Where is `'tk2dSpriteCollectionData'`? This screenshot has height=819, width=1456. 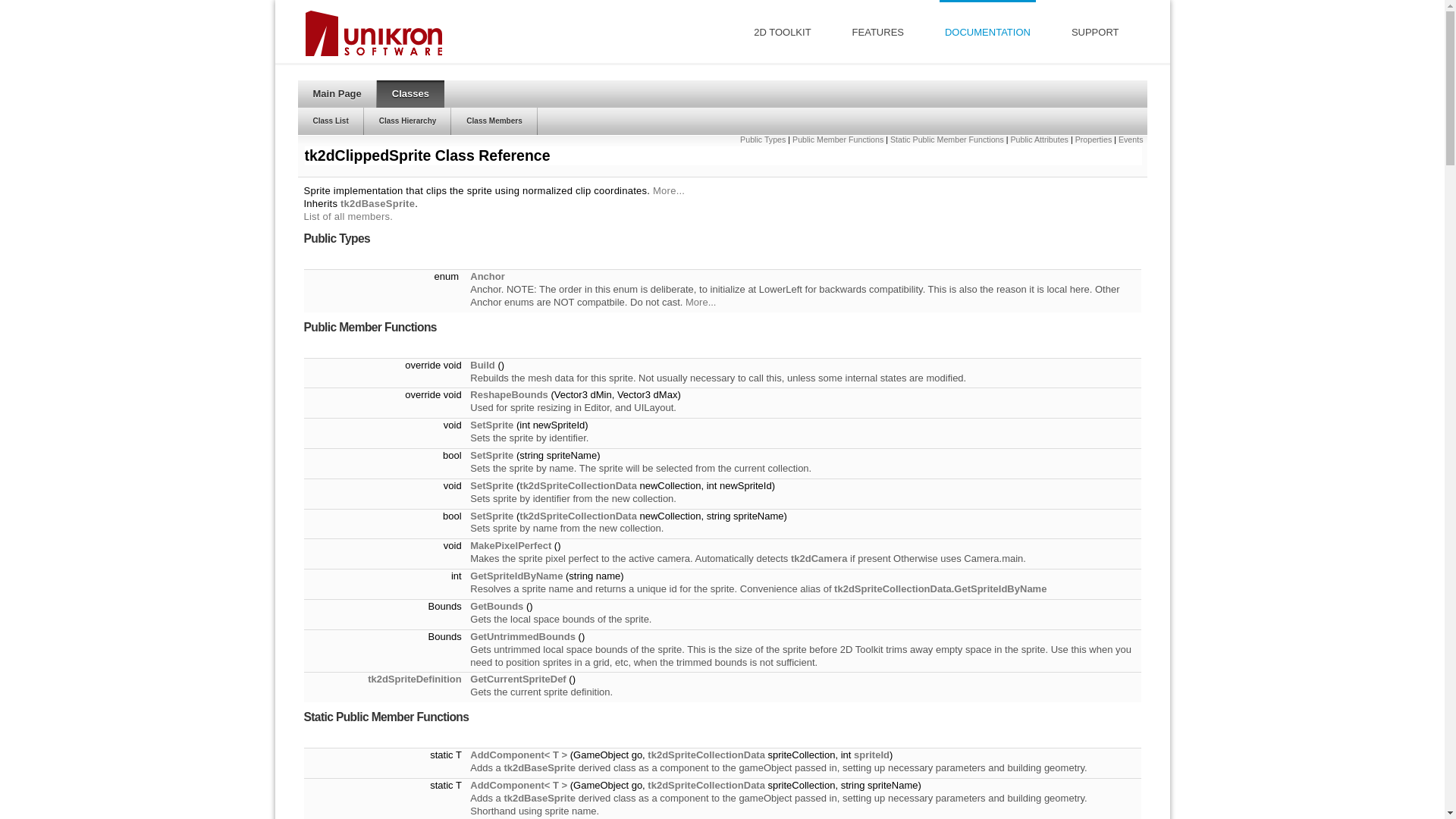 'tk2dSpriteCollectionData' is located at coordinates (705, 755).